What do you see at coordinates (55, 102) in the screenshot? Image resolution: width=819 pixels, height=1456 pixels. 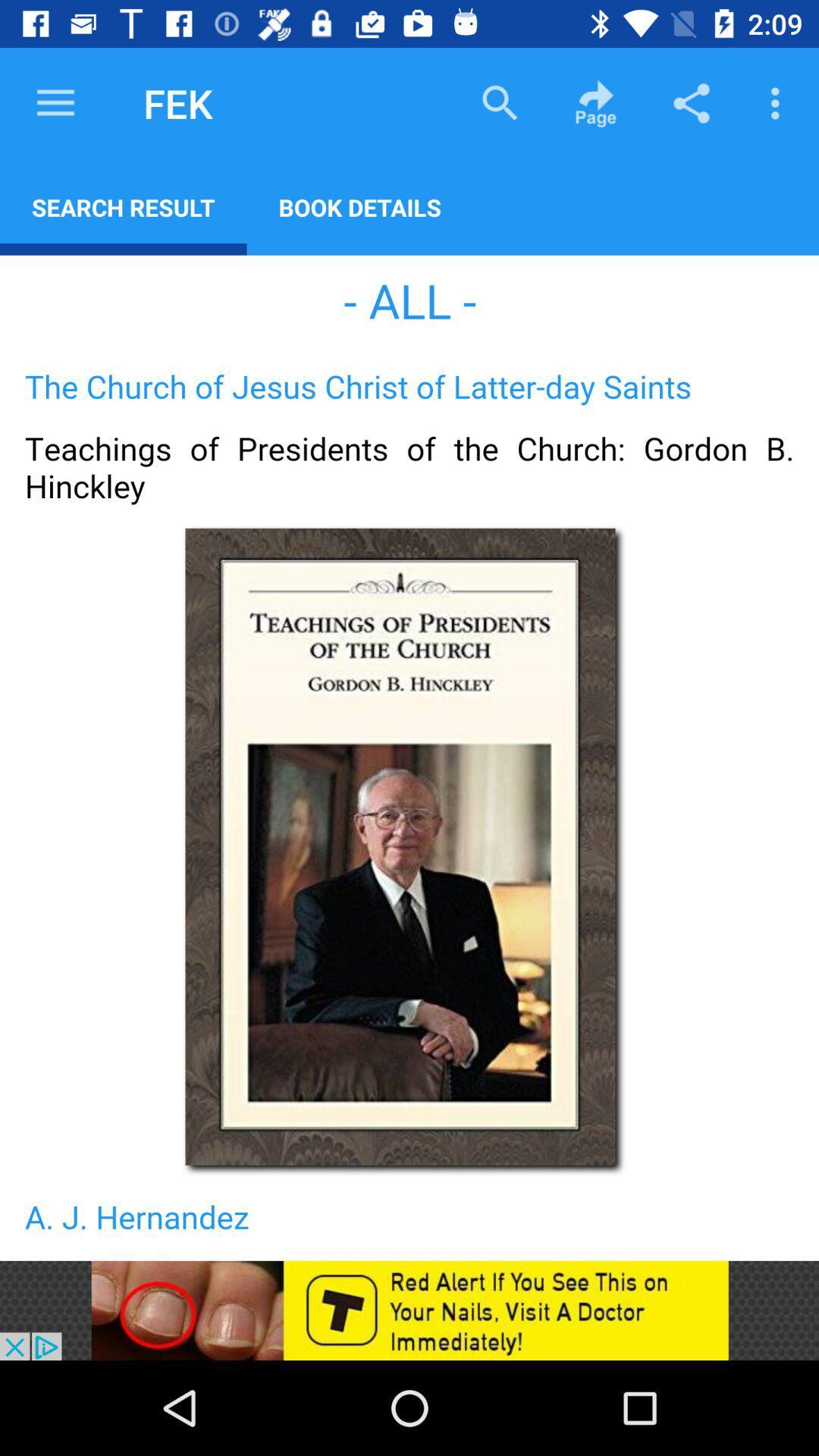 I see `the menu icon` at bounding box center [55, 102].